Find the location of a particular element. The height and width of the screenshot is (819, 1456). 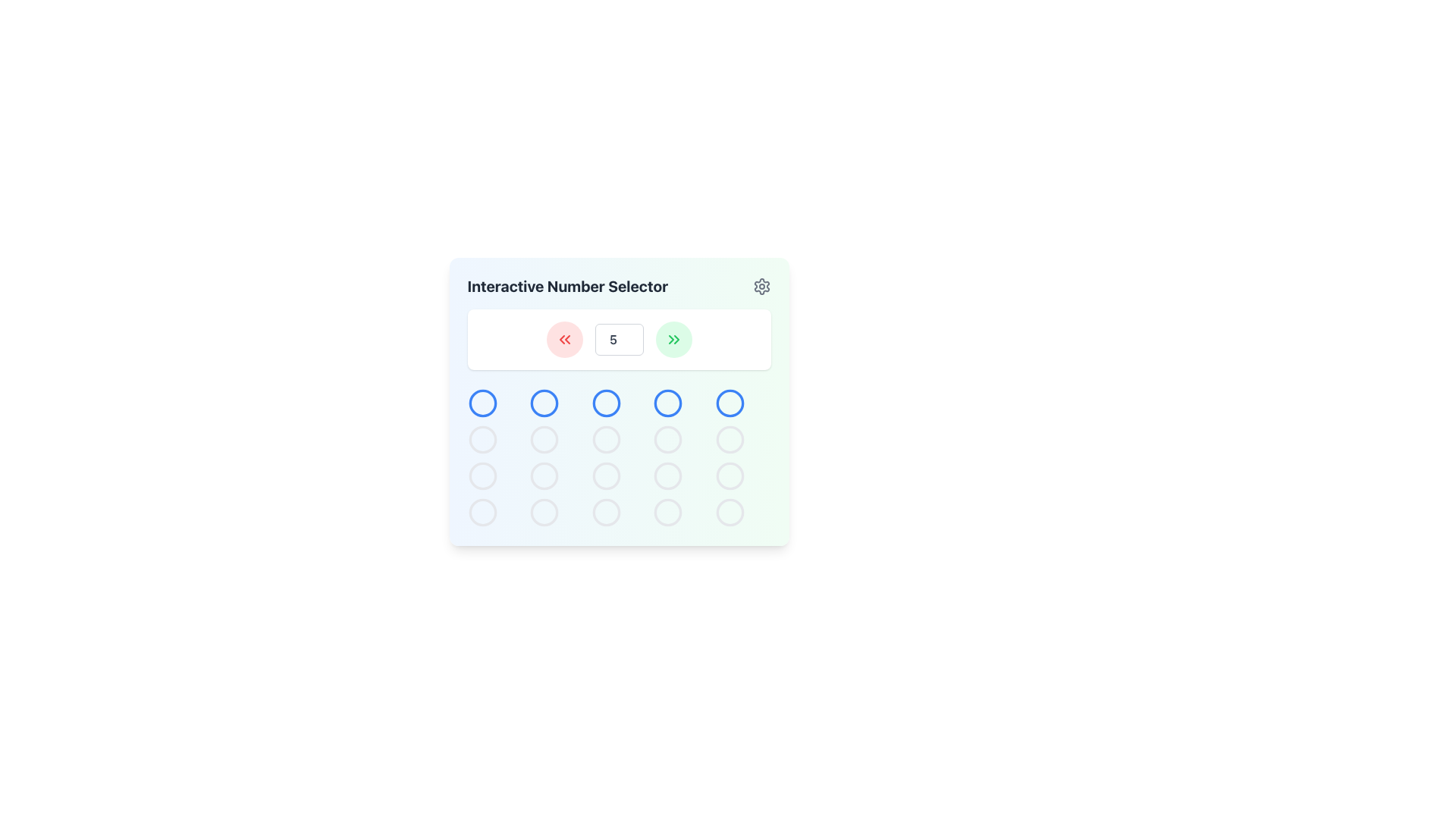

the sixth circular grid item in the second row, which is a placeholder for an unactivated state is located at coordinates (482, 439).